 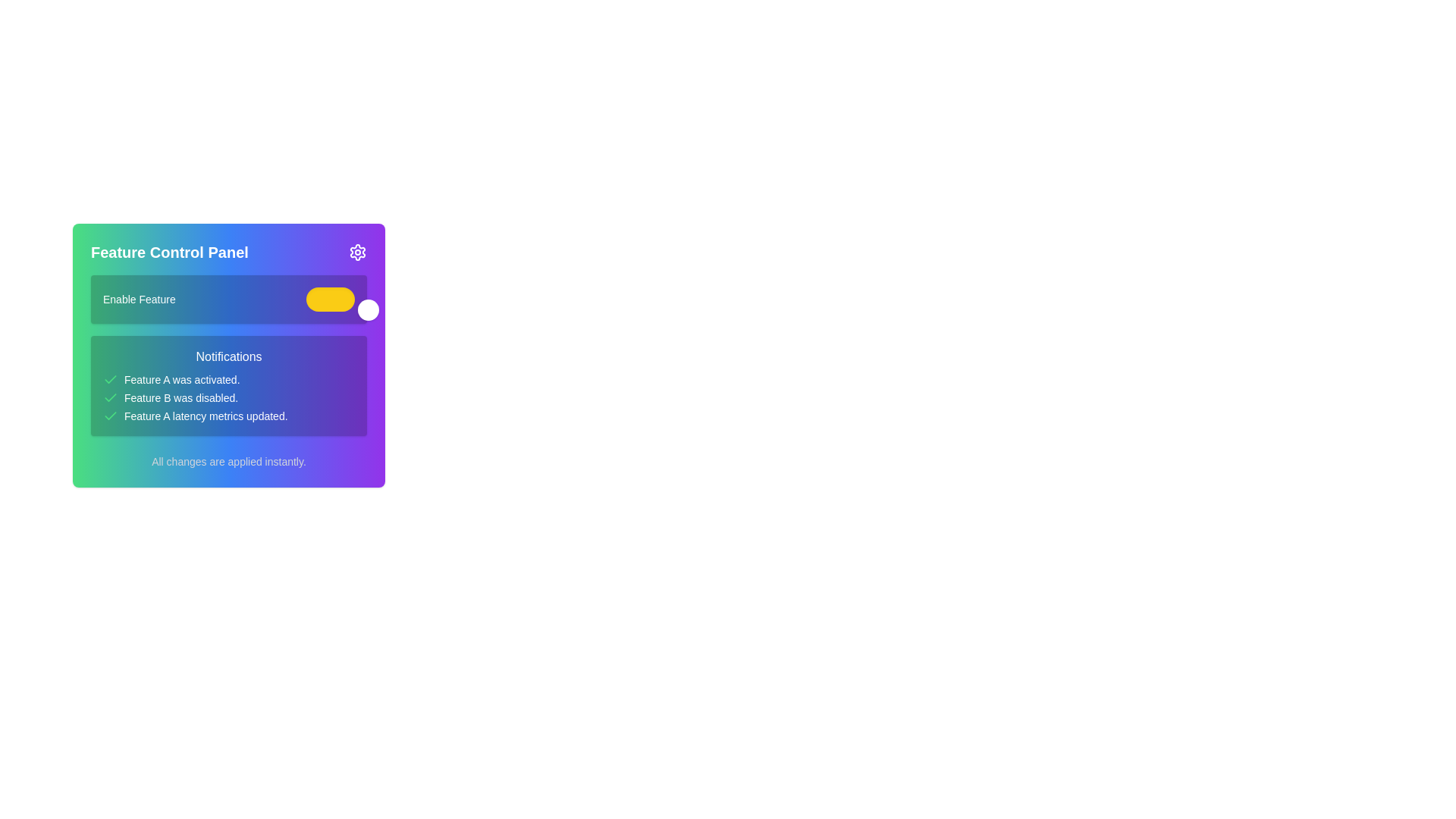 What do you see at coordinates (356, 251) in the screenshot?
I see `the Settings Icon, a cogwheel-shaped icon located at the top-right corner of the Feature Control Panel` at bounding box center [356, 251].